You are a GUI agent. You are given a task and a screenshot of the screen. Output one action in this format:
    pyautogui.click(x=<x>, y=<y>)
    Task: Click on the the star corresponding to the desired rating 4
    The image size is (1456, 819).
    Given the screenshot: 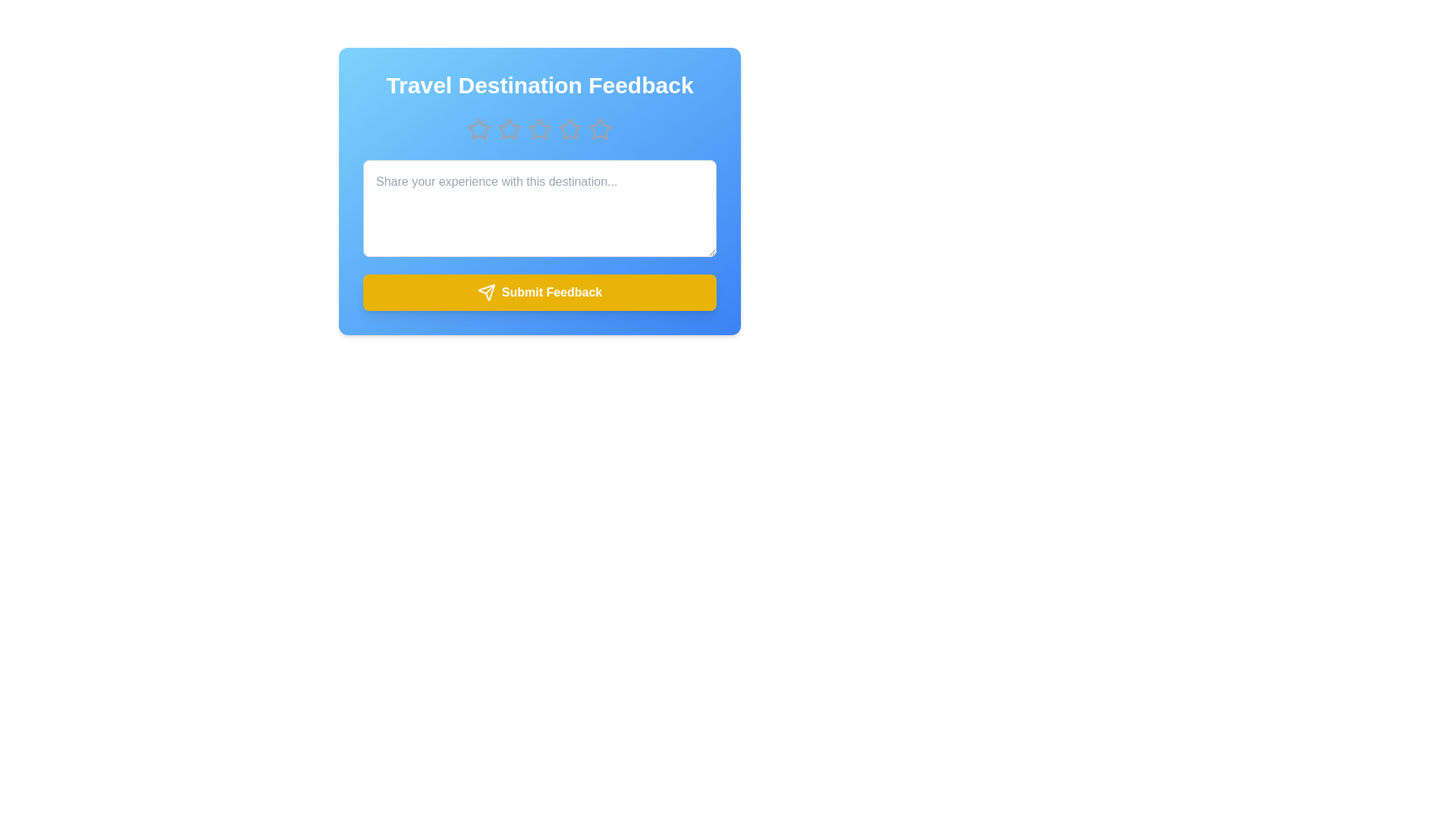 What is the action you would take?
    pyautogui.click(x=570, y=128)
    